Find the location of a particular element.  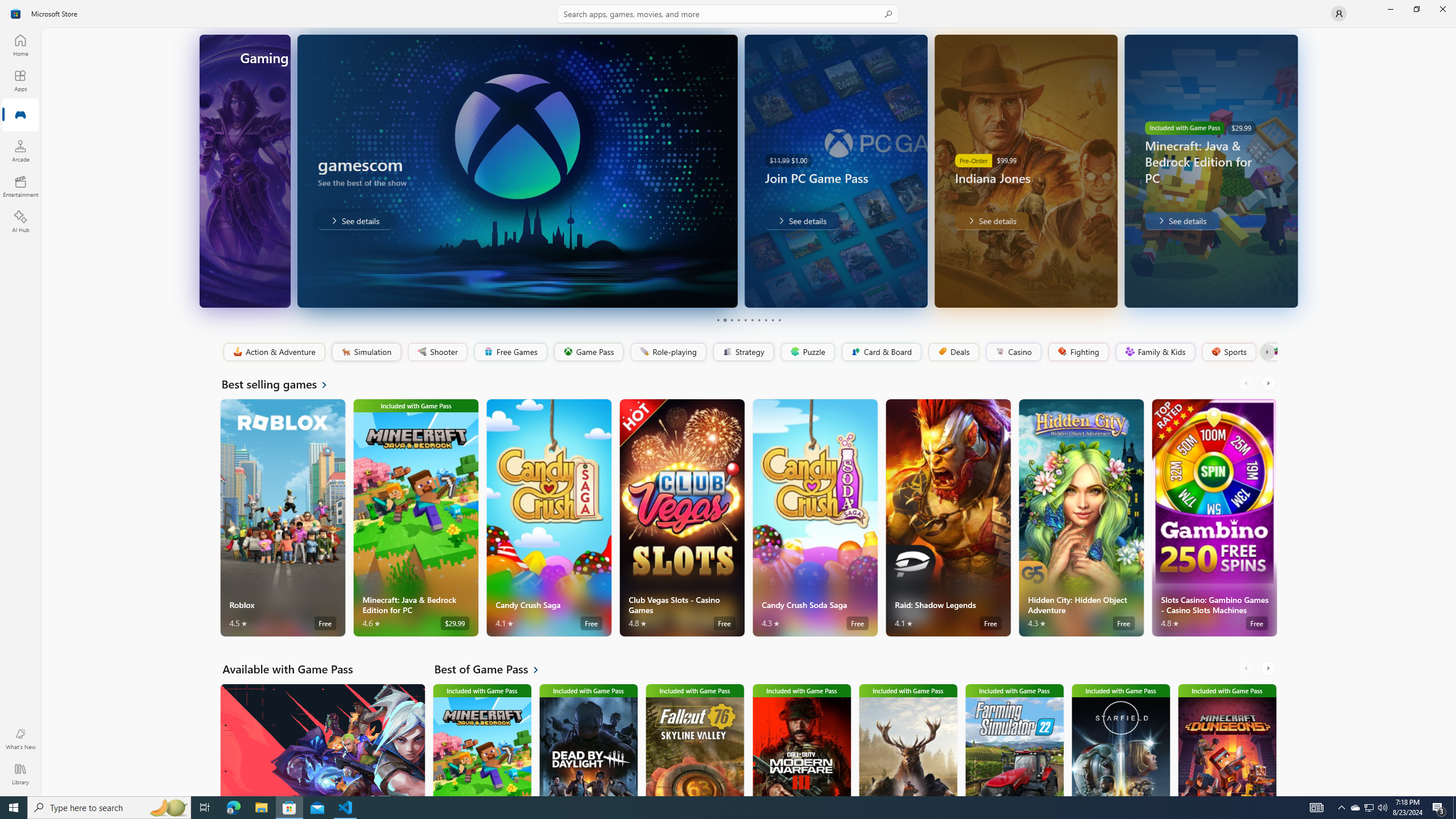

'Simulation' is located at coordinates (366, 351).